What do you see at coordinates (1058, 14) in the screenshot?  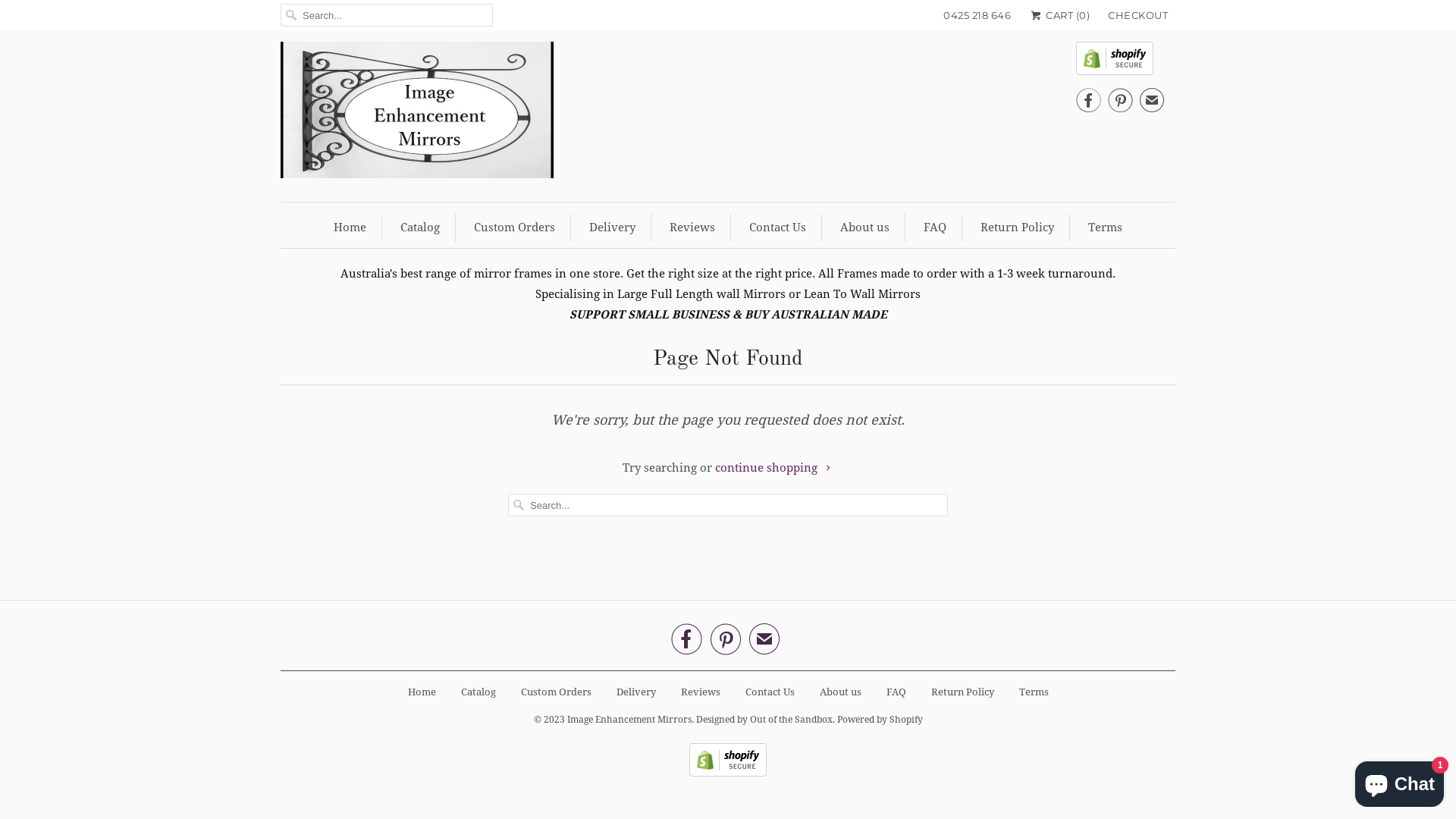 I see `'CART (0)'` at bounding box center [1058, 14].